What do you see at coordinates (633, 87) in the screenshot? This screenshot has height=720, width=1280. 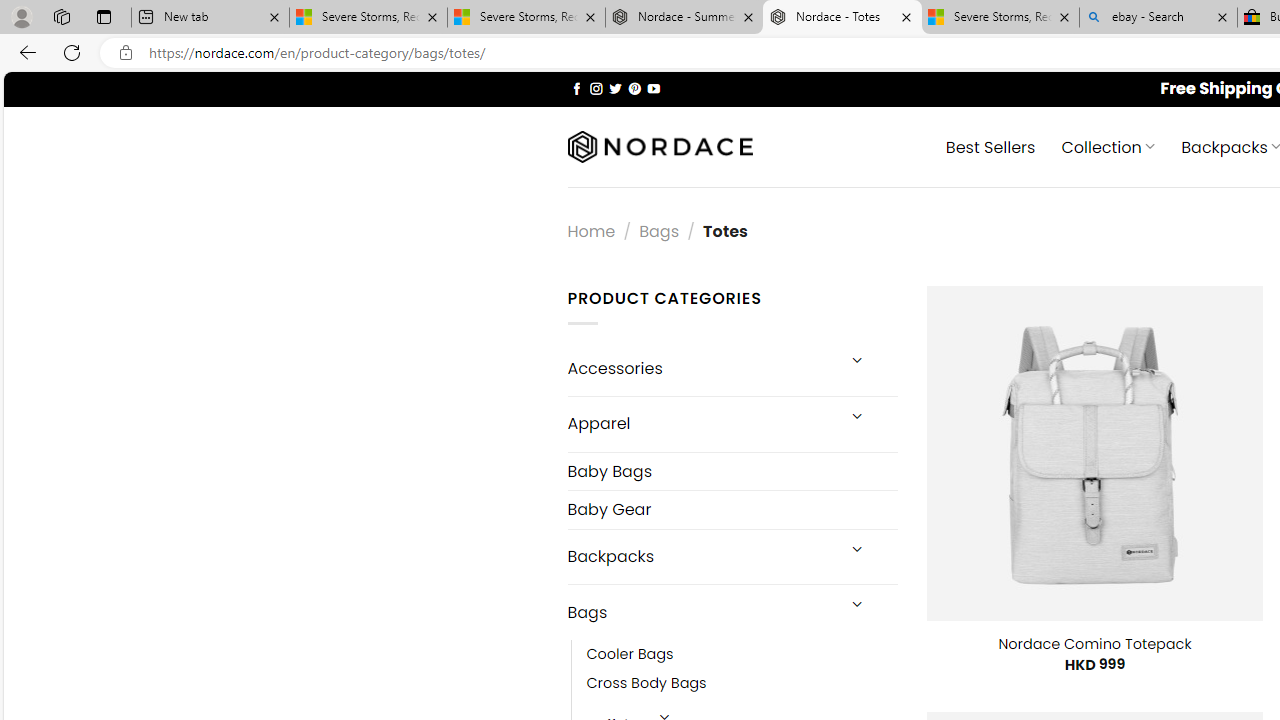 I see `'Follow on Pinterest'` at bounding box center [633, 87].